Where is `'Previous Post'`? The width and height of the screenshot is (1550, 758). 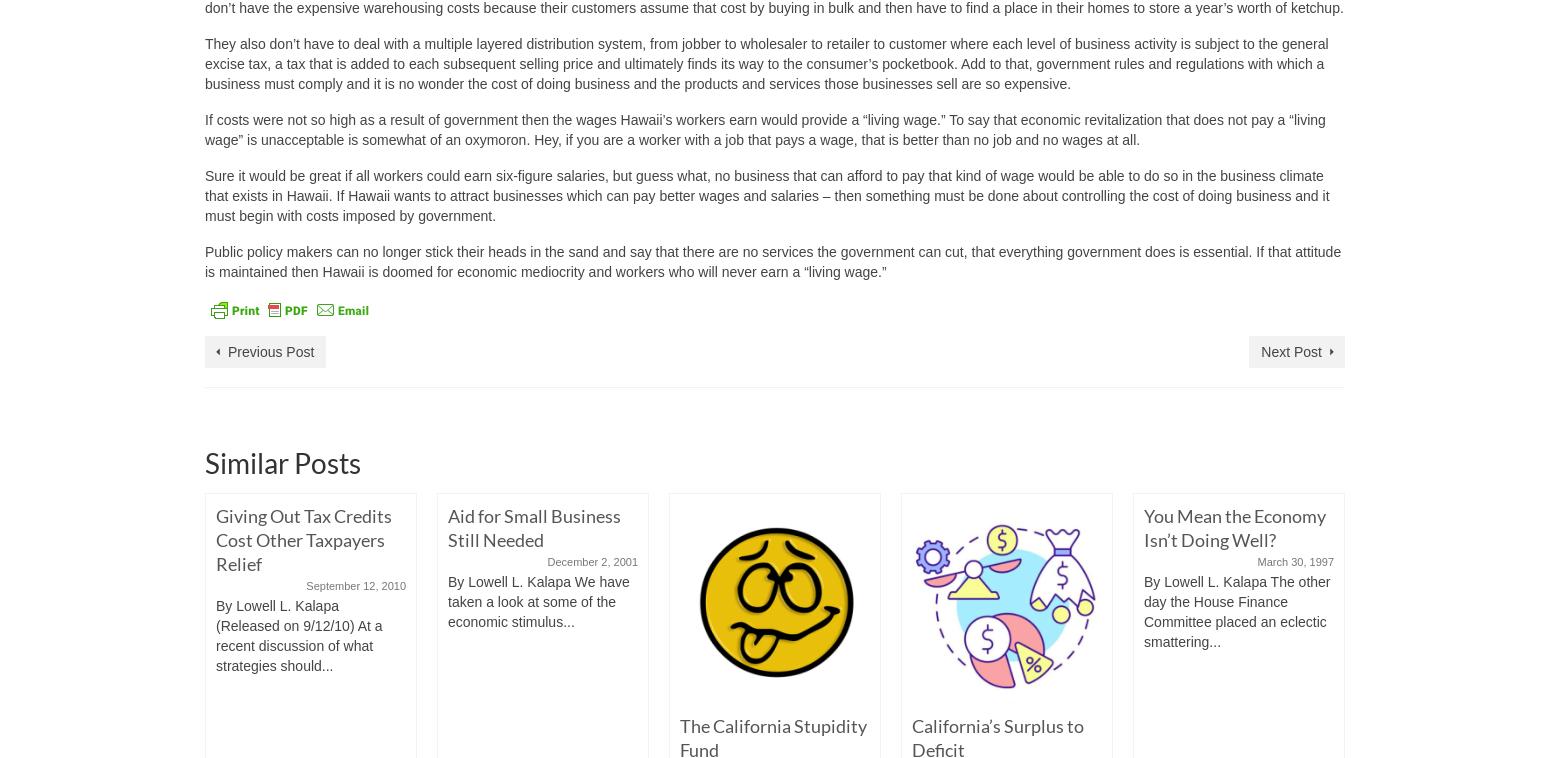
'Previous Post' is located at coordinates (270, 352).